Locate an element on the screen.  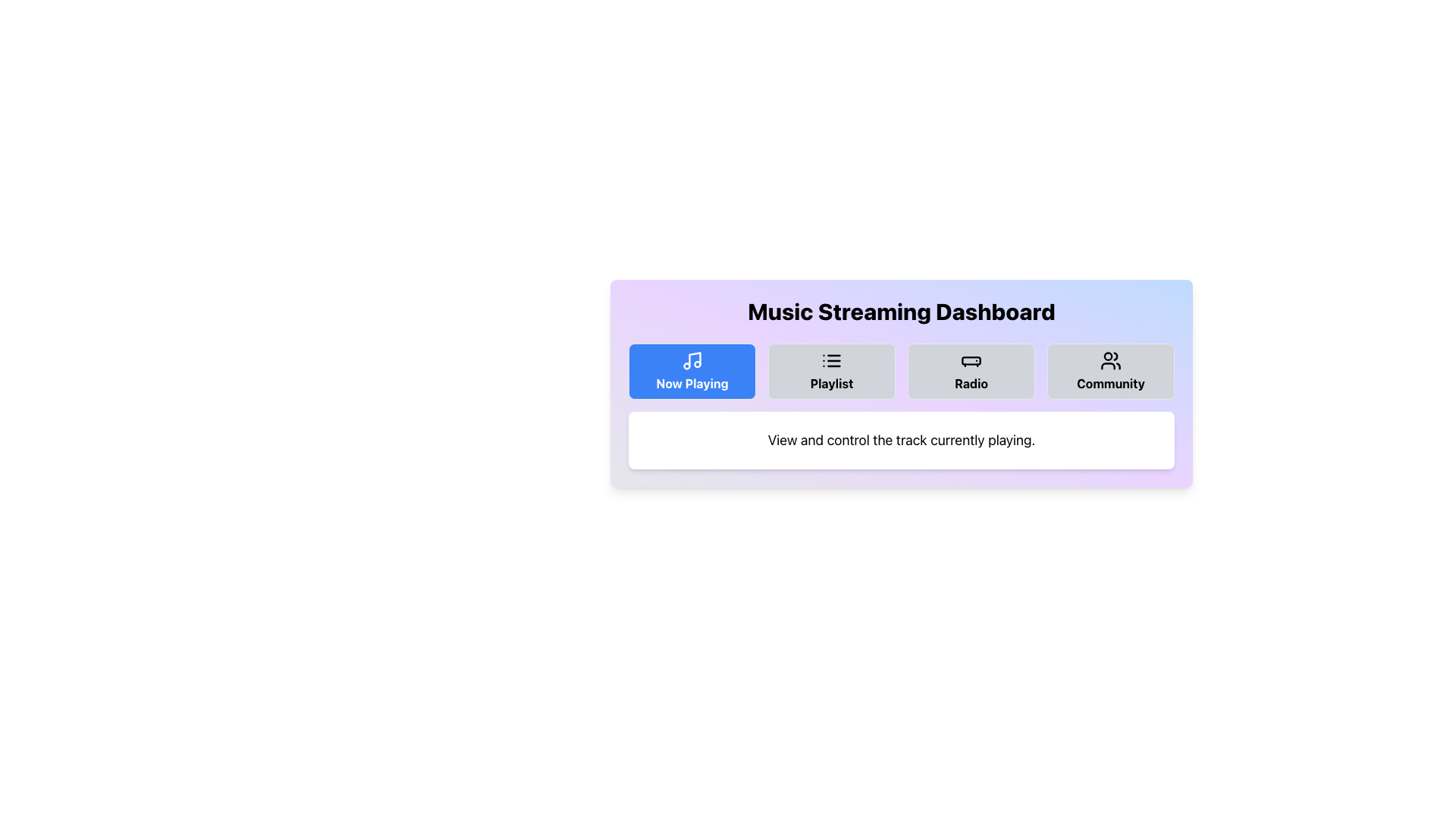
the 'Radio' navigation button located in the third position of the horizontal row of buttons, between 'Playlist' and 'Community' is located at coordinates (971, 371).